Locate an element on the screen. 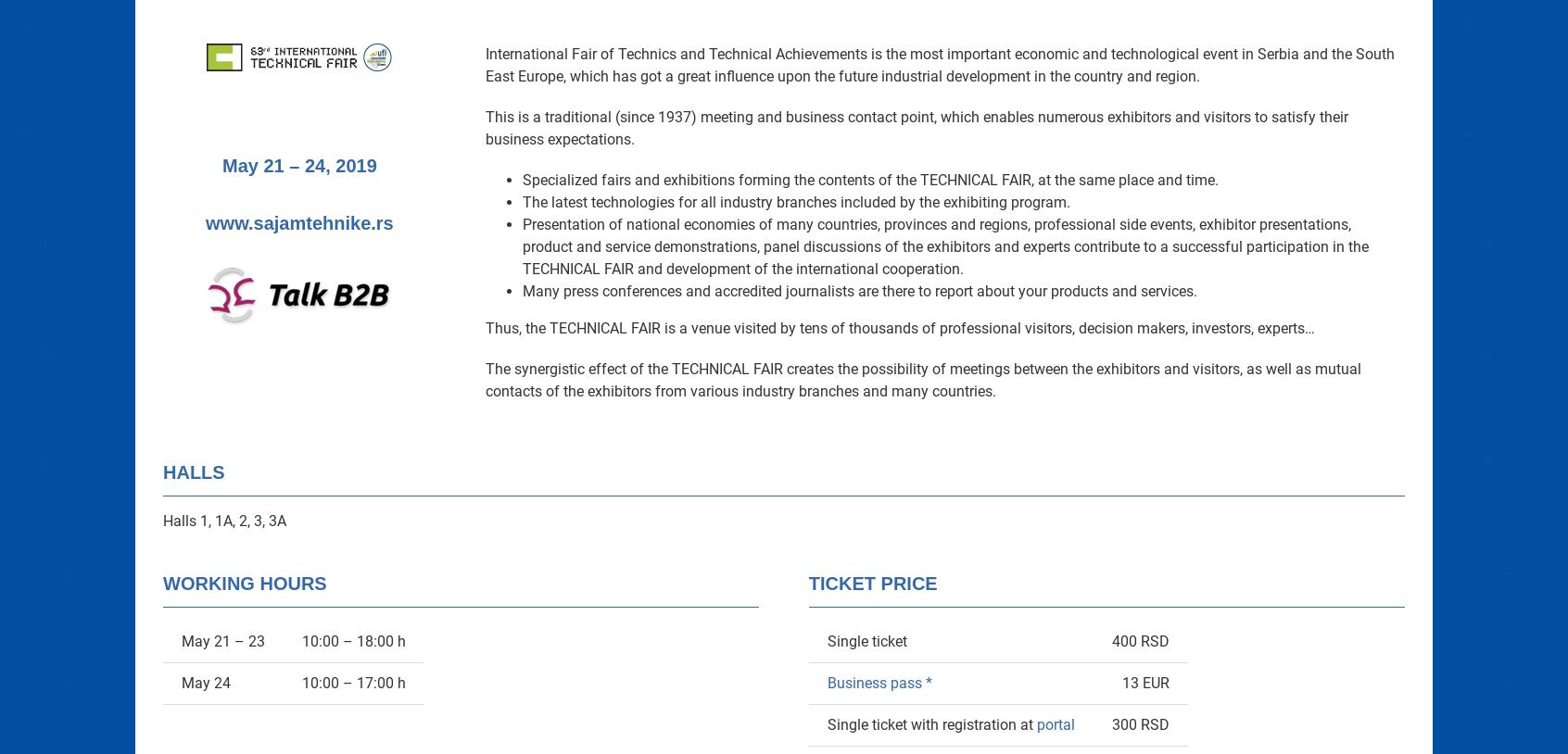  'Specialized fairs and exhibitions forming the contents of the TECHNICAL FAIR, at the same place and time.' is located at coordinates (870, 179).